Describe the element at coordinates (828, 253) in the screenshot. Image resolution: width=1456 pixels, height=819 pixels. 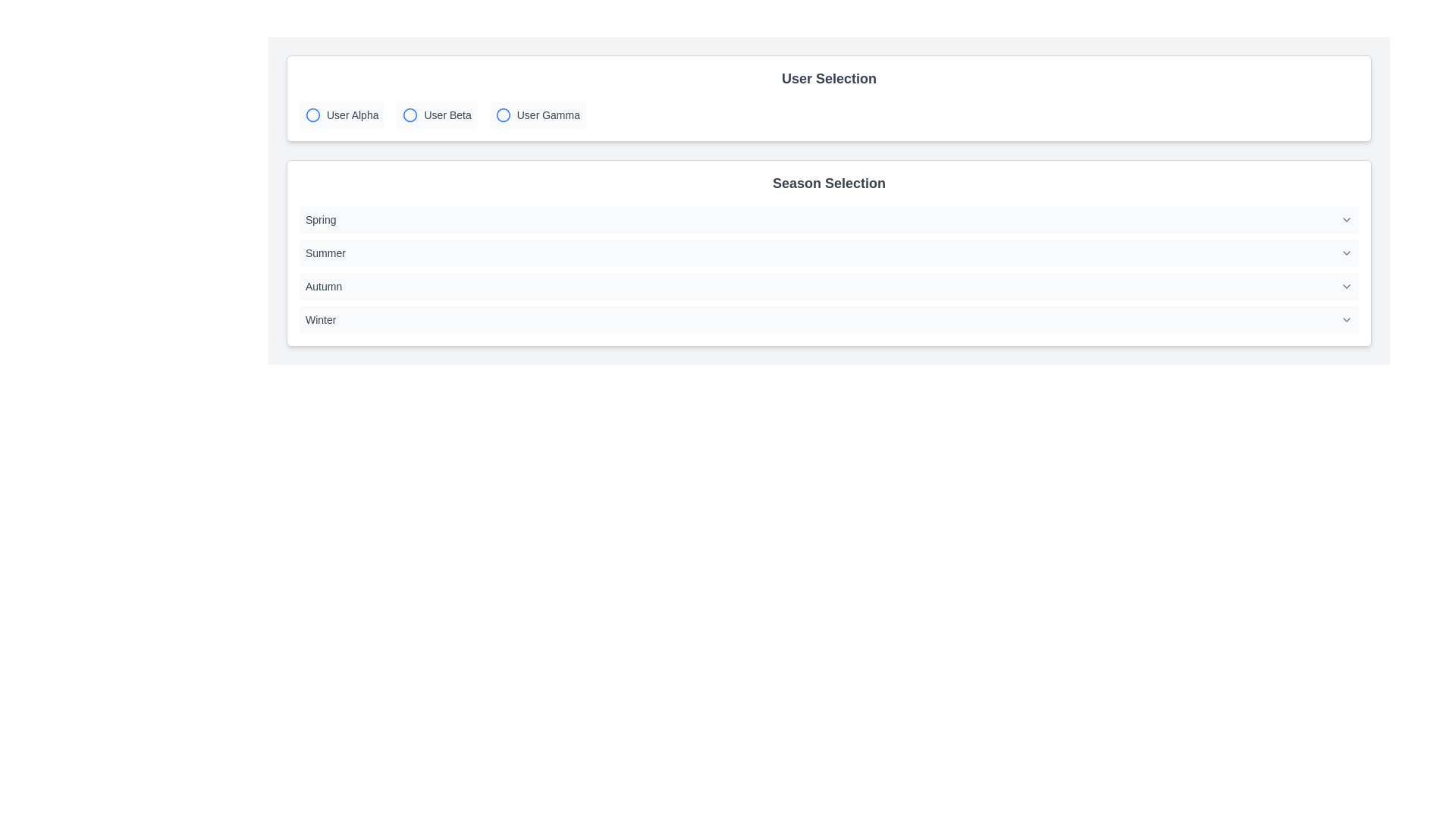
I see `the 'Summer' selectable option in the dropdown list` at that location.